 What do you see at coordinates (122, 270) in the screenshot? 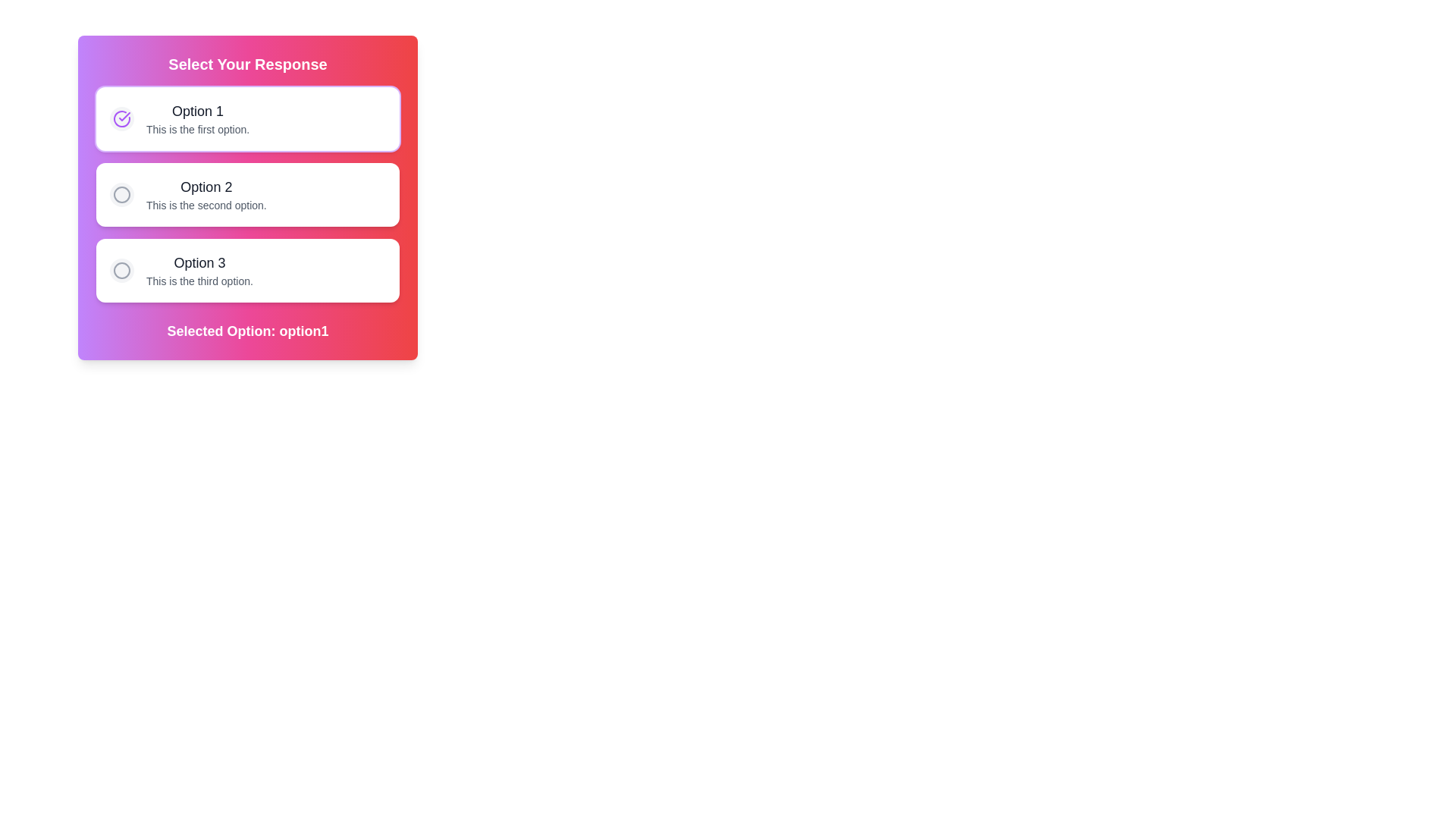
I see `the selectable circular marker next to 'Option 3' to indicate active selection` at bounding box center [122, 270].